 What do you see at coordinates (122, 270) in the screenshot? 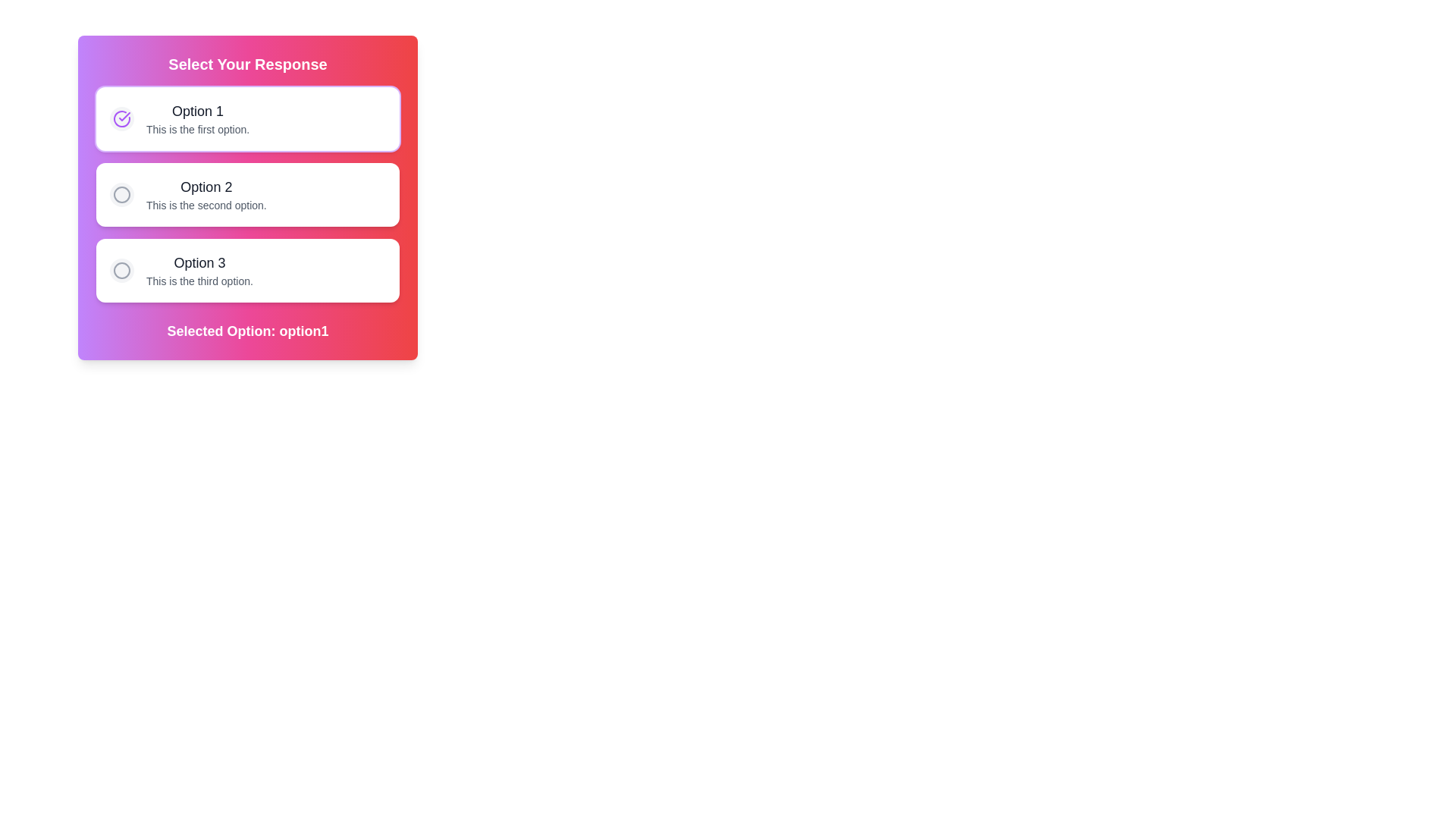
I see `the selectable circular marker next to 'Option 3' to indicate active selection` at bounding box center [122, 270].